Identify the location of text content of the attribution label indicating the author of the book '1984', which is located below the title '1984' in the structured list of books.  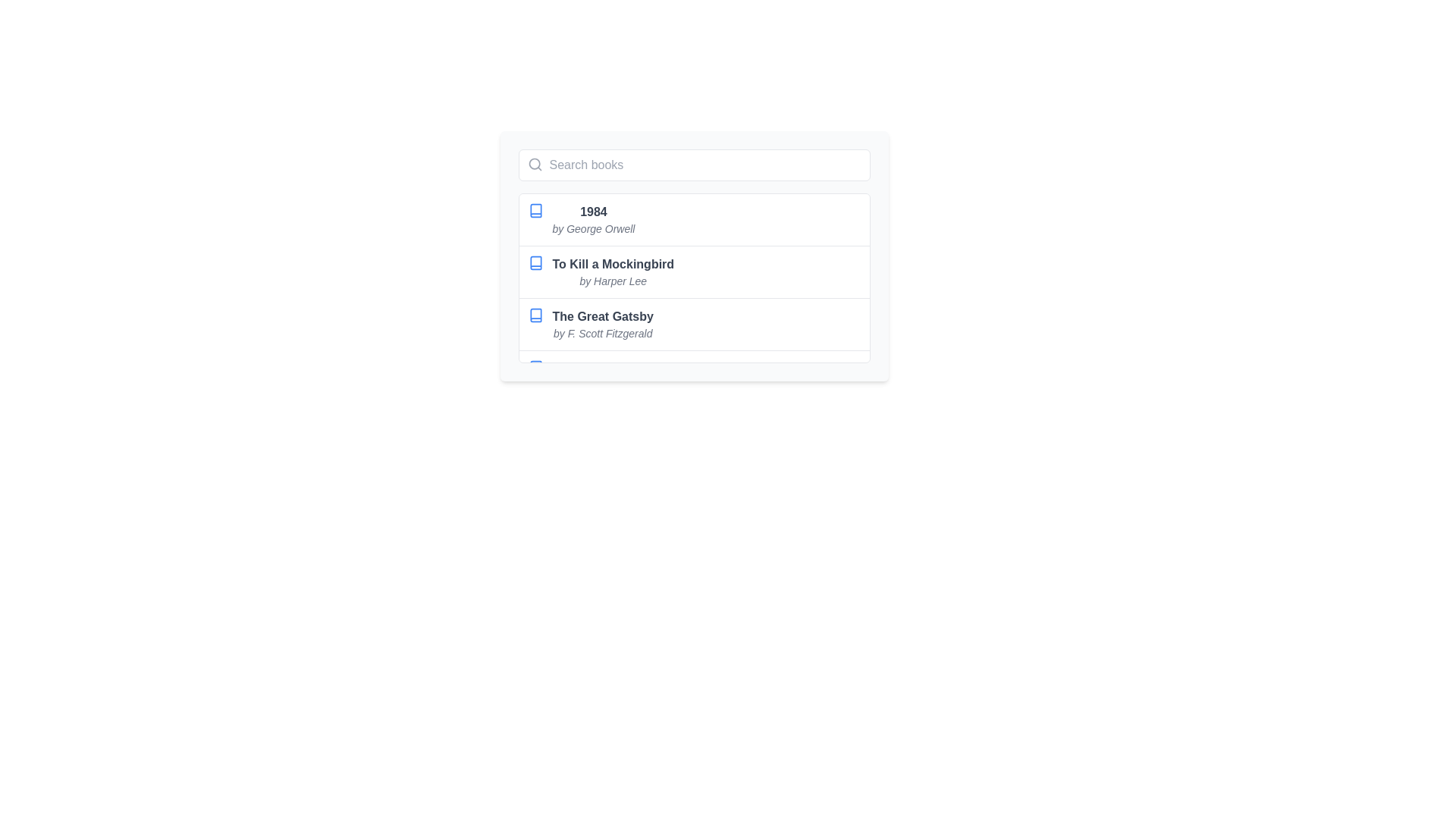
(592, 228).